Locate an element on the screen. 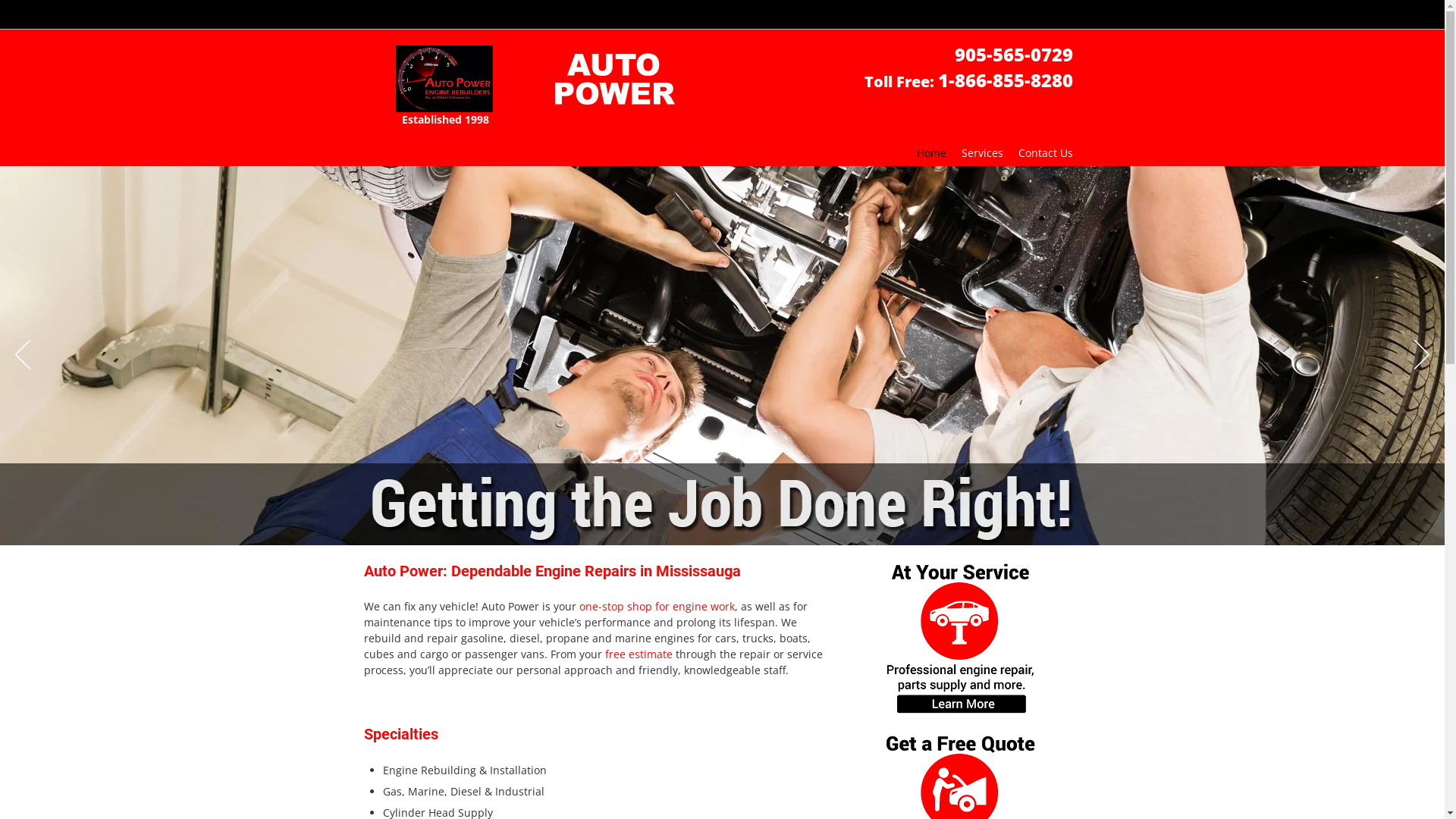  '1-866-855-8280' is located at coordinates (1004, 84).